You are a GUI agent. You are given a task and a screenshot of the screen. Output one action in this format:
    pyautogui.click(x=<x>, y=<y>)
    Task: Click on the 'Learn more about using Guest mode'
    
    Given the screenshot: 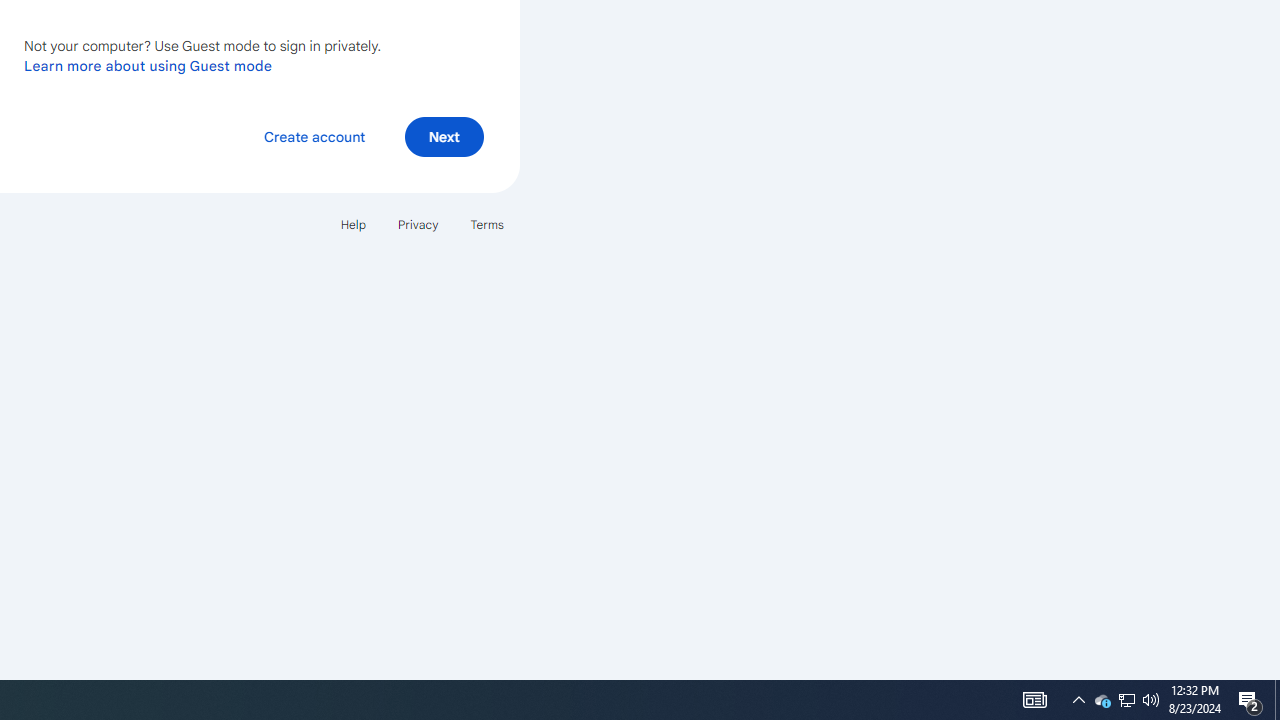 What is the action you would take?
    pyautogui.click(x=147, y=64)
    